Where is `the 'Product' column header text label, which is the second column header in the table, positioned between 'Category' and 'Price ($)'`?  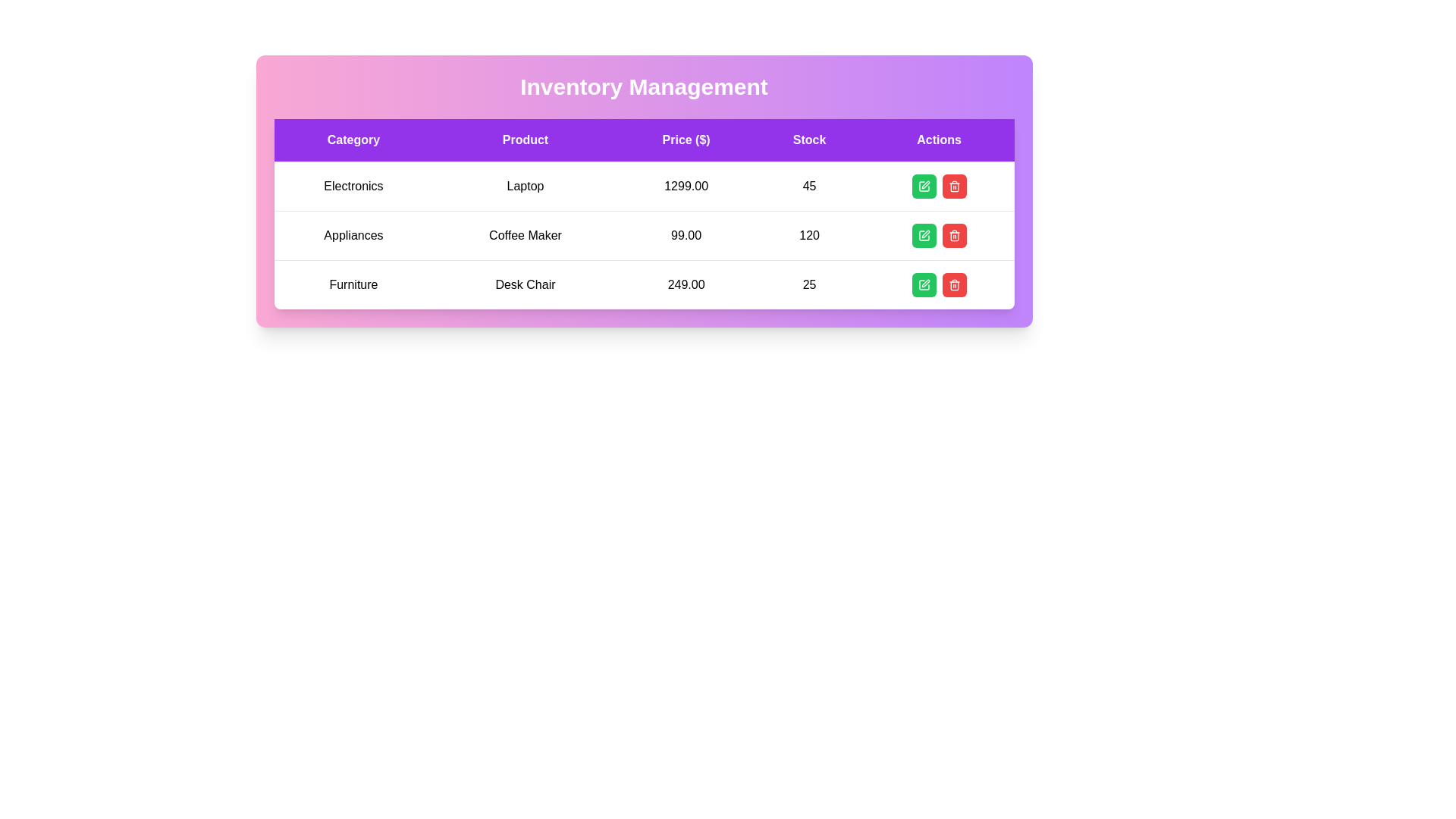 the 'Product' column header text label, which is the second column header in the table, positioned between 'Category' and 'Price ($)' is located at coordinates (525, 140).